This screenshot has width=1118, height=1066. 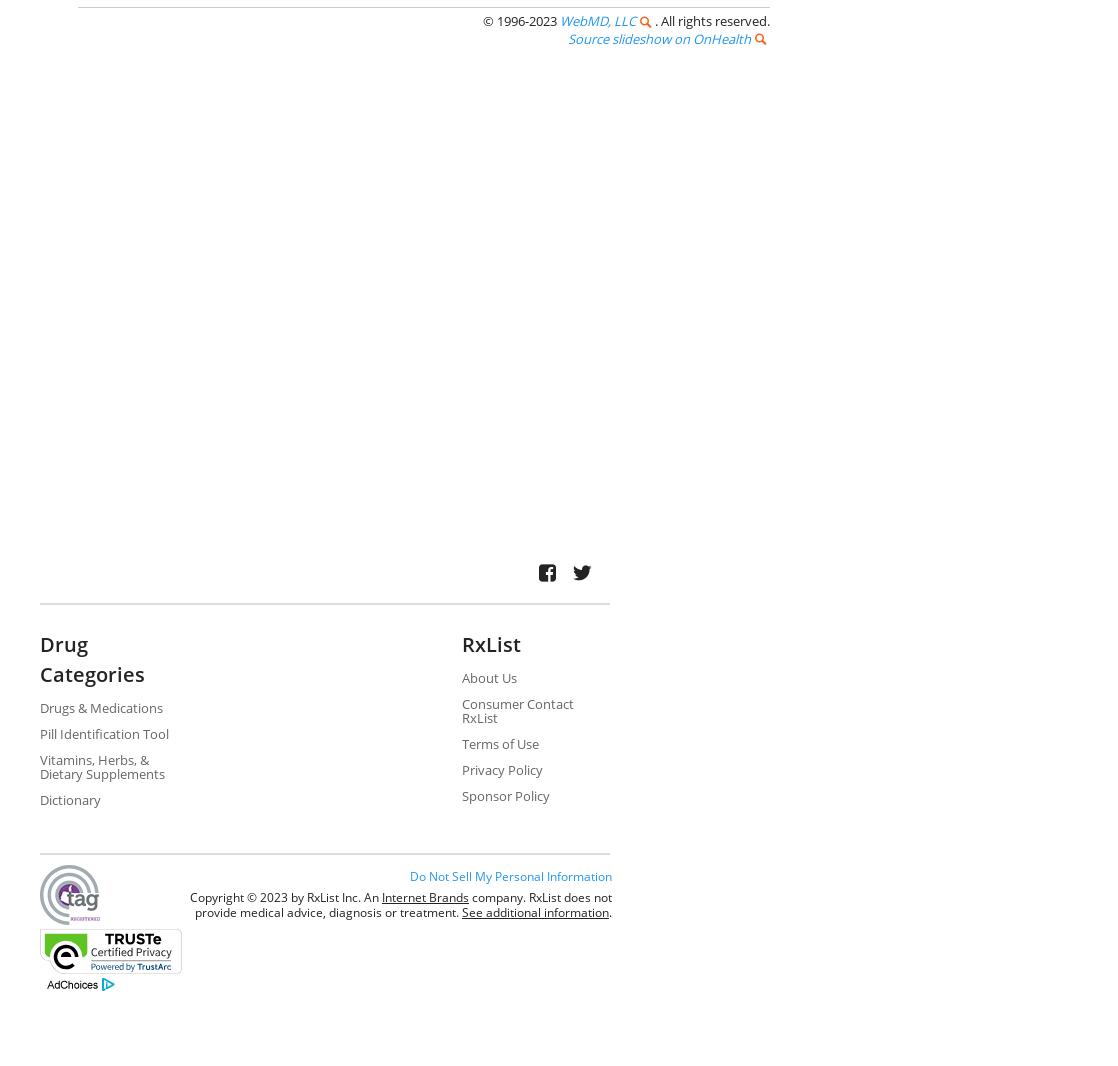 I want to click on 'Sponsor Policy', so click(x=504, y=794).